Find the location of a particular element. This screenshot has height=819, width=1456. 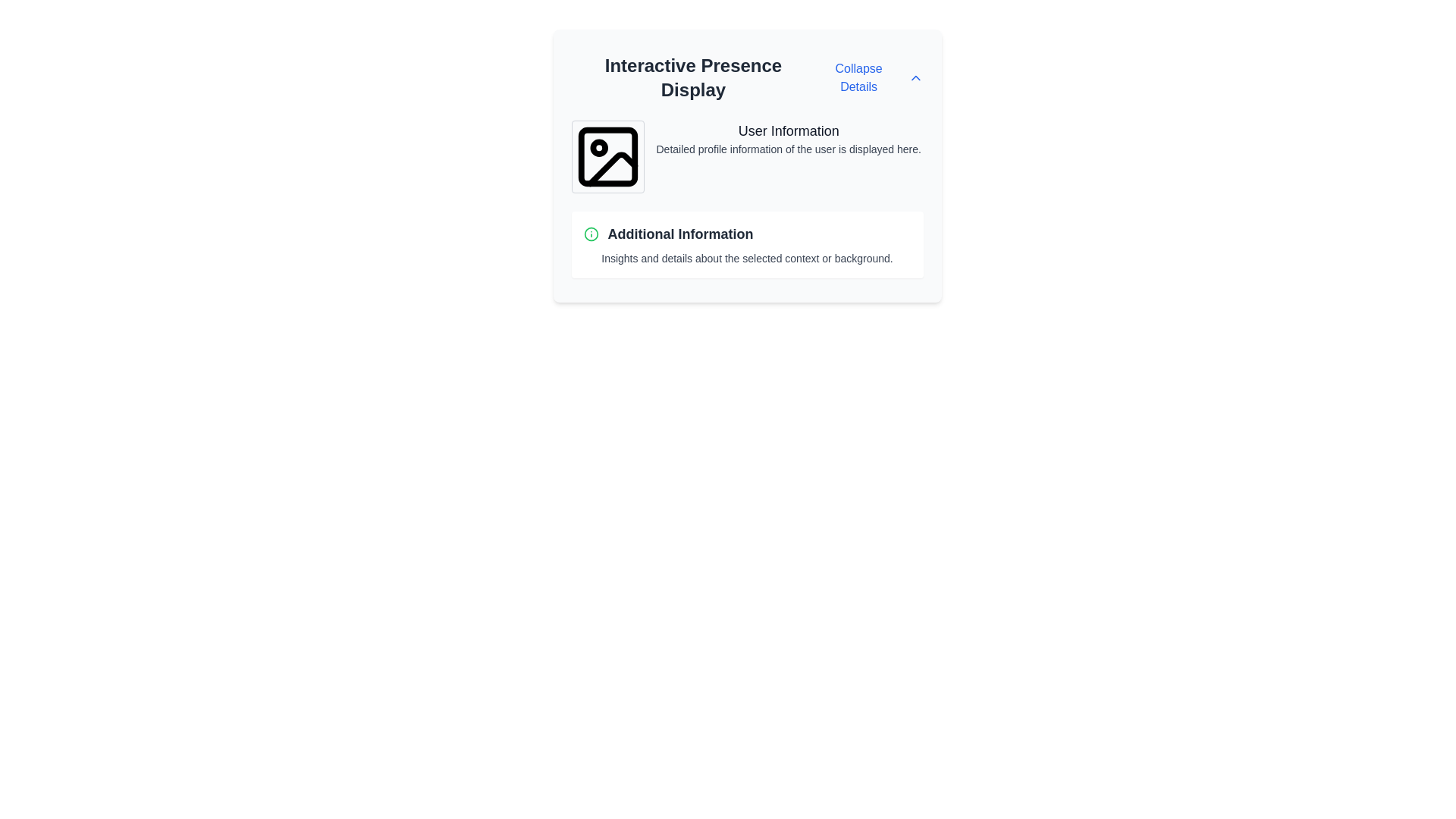

the static text element providing additional context about the user profile section, located below the 'User Information' title in the 'Interactive Presence Display' panel is located at coordinates (789, 149).